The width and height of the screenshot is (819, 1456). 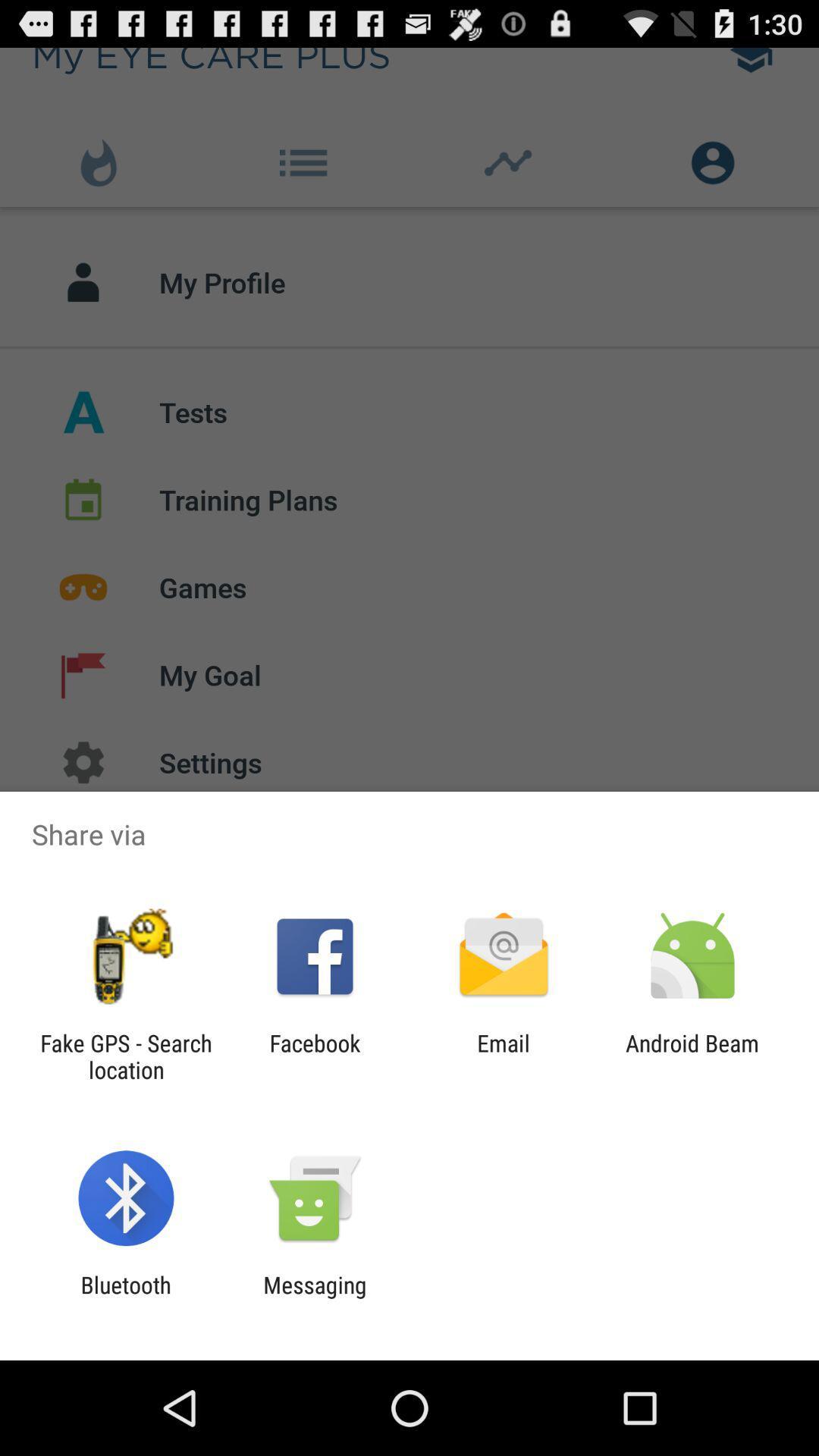 What do you see at coordinates (314, 1298) in the screenshot?
I see `messaging item` at bounding box center [314, 1298].